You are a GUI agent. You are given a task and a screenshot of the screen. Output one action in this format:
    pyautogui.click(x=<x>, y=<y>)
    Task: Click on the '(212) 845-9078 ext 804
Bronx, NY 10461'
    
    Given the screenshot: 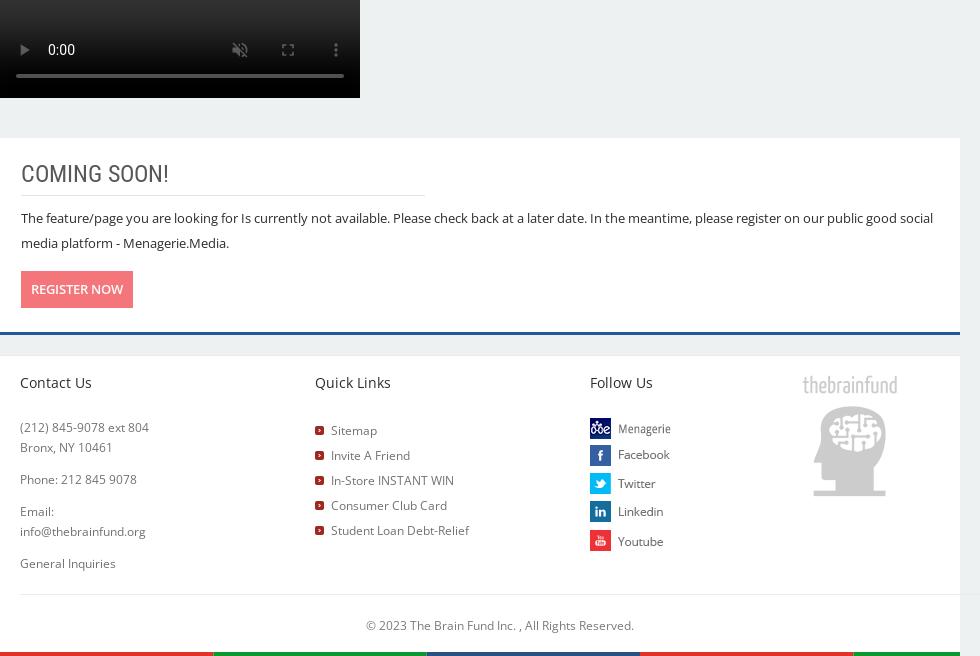 What is the action you would take?
    pyautogui.click(x=84, y=437)
    